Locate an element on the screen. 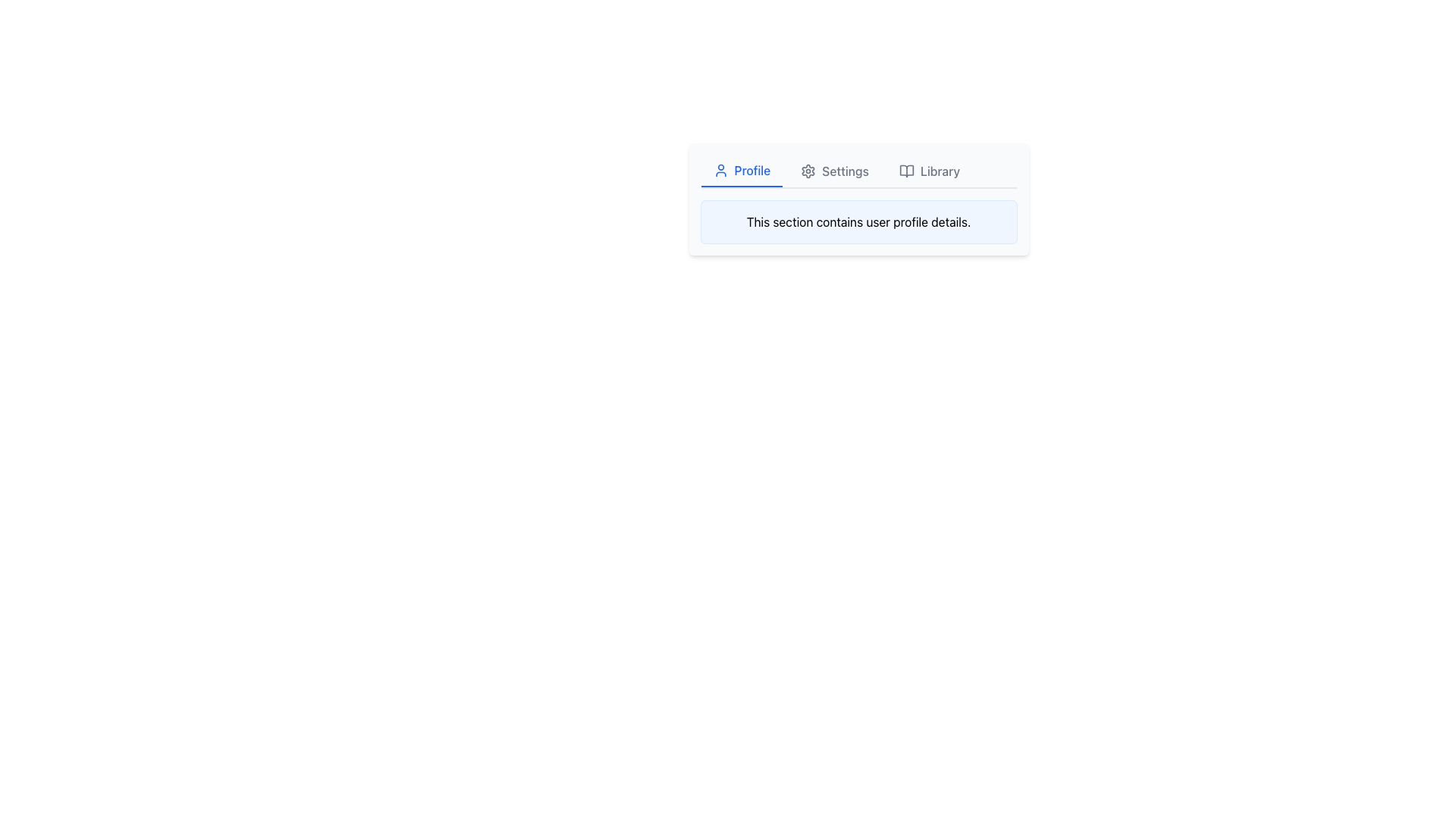 This screenshot has height=819, width=1456. the 'Profile' tab located in the upper-right section of the interface is located at coordinates (742, 171).